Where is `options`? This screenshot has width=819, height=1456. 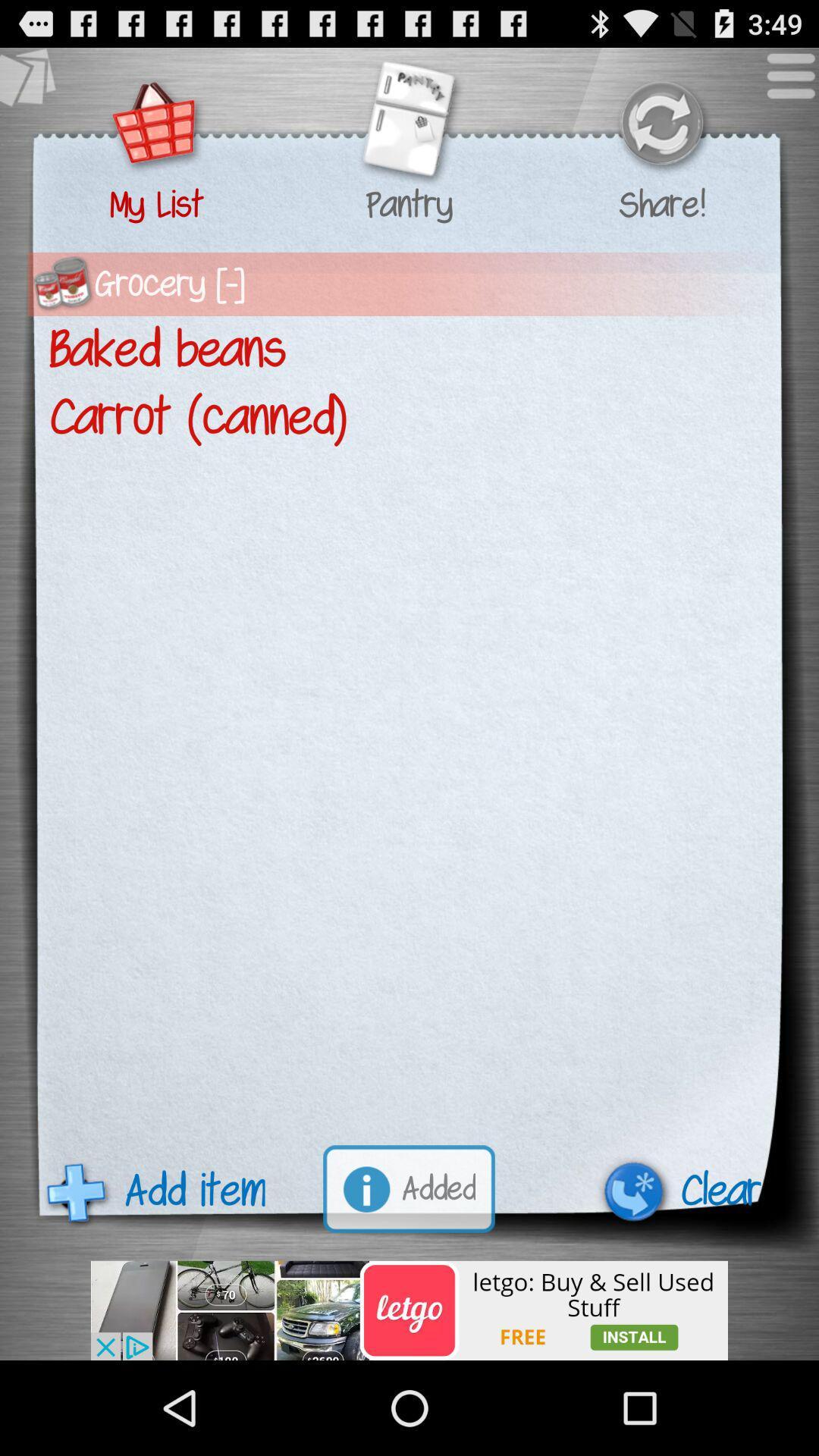 options is located at coordinates (783, 83).